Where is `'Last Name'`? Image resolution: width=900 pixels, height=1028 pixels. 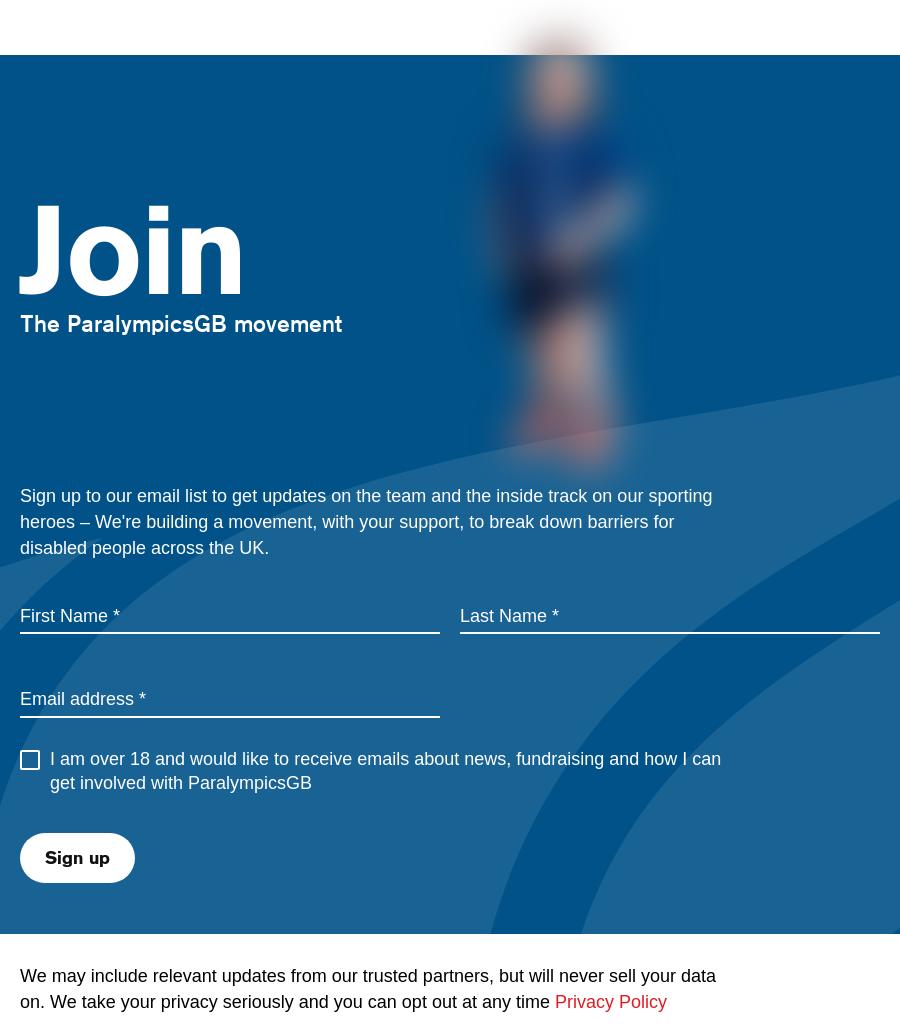
'Last Name' is located at coordinates (502, 613).